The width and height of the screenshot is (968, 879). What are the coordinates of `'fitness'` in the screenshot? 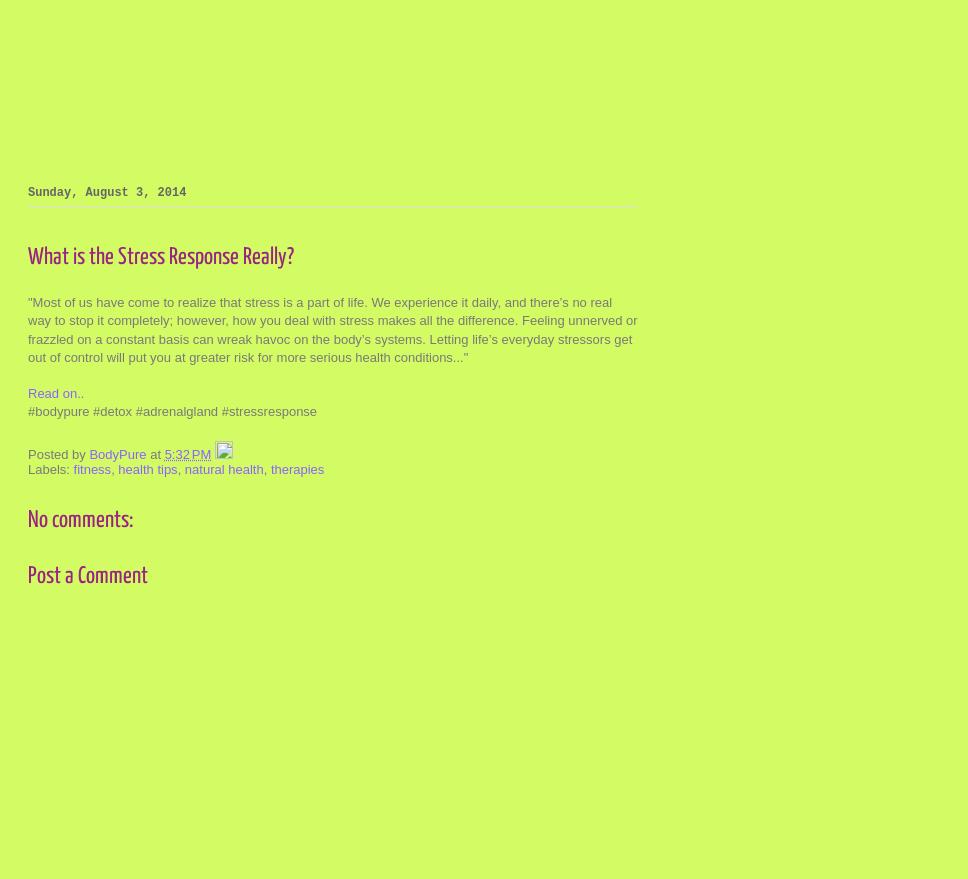 It's located at (91, 468).